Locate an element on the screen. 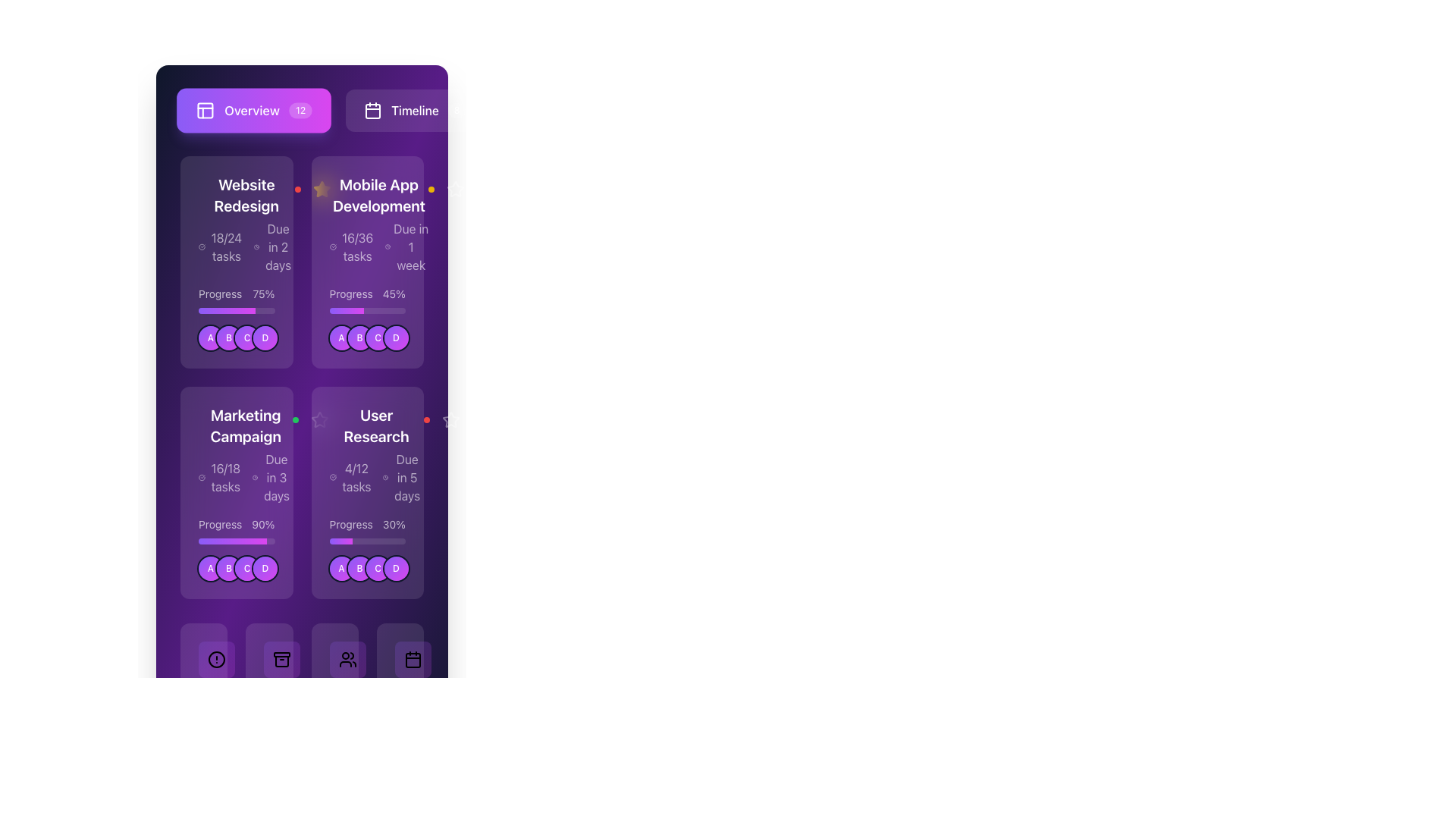 The width and height of the screenshot is (1456, 819). the purple rectangular button labeled 'Overview' with a notification badge indicating '12' is located at coordinates (302, 110).